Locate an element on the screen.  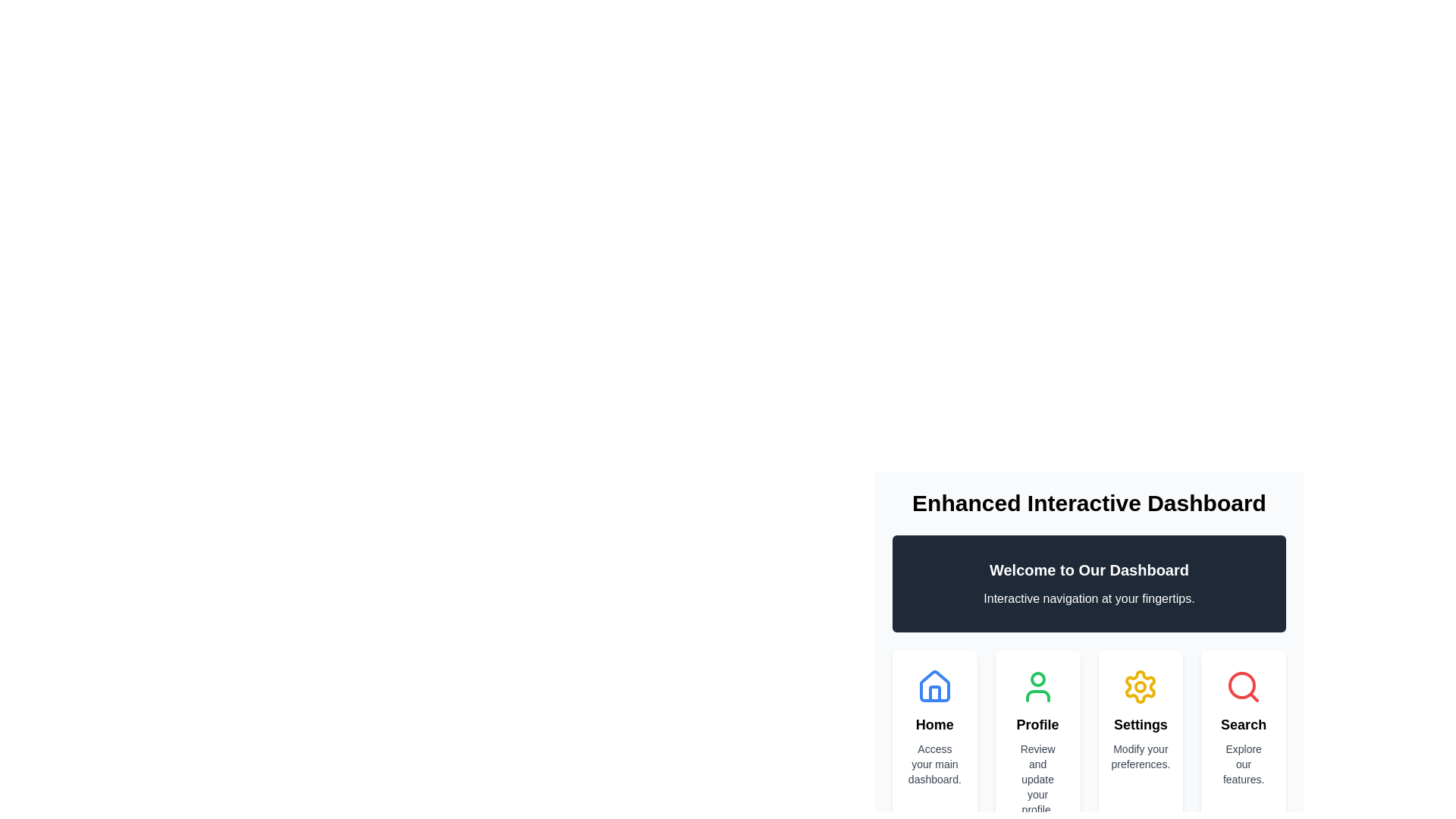
welcoming header text label at the center of the dashboard interface, which introduces users to the current section or application is located at coordinates (1088, 570).